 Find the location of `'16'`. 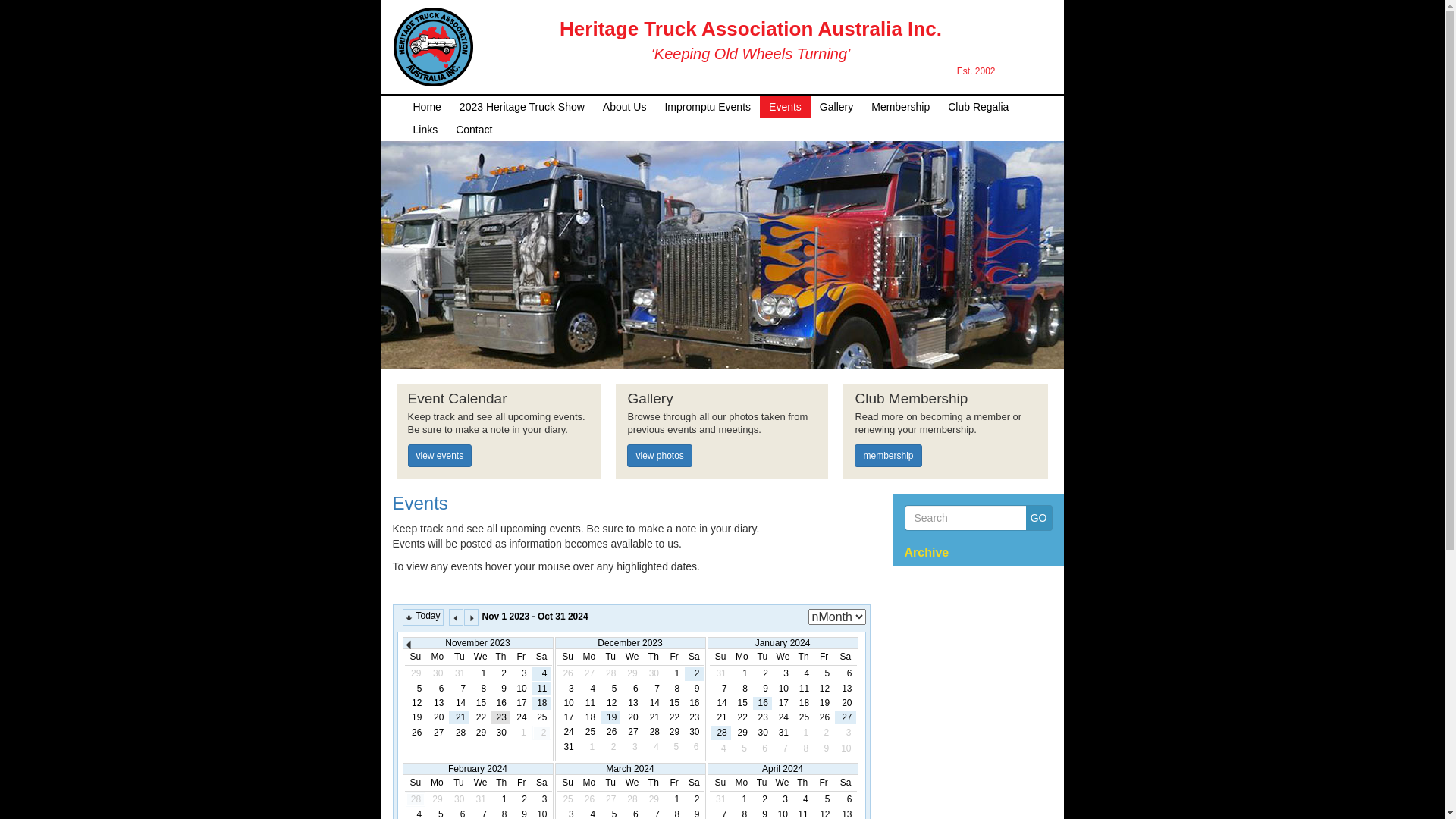

'16' is located at coordinates (500, 703).